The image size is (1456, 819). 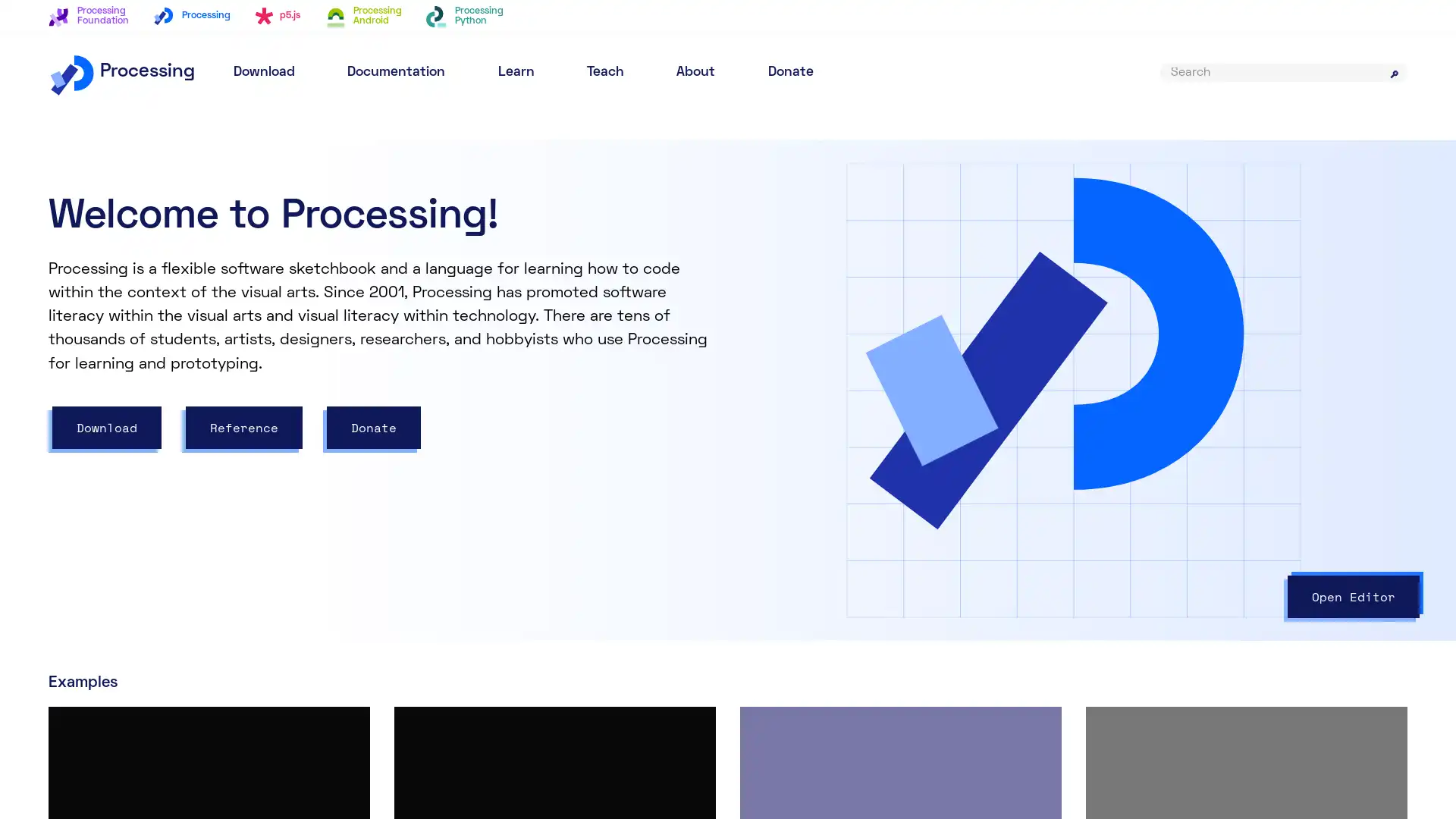 I want to click on line, so click(x=786, y=519).